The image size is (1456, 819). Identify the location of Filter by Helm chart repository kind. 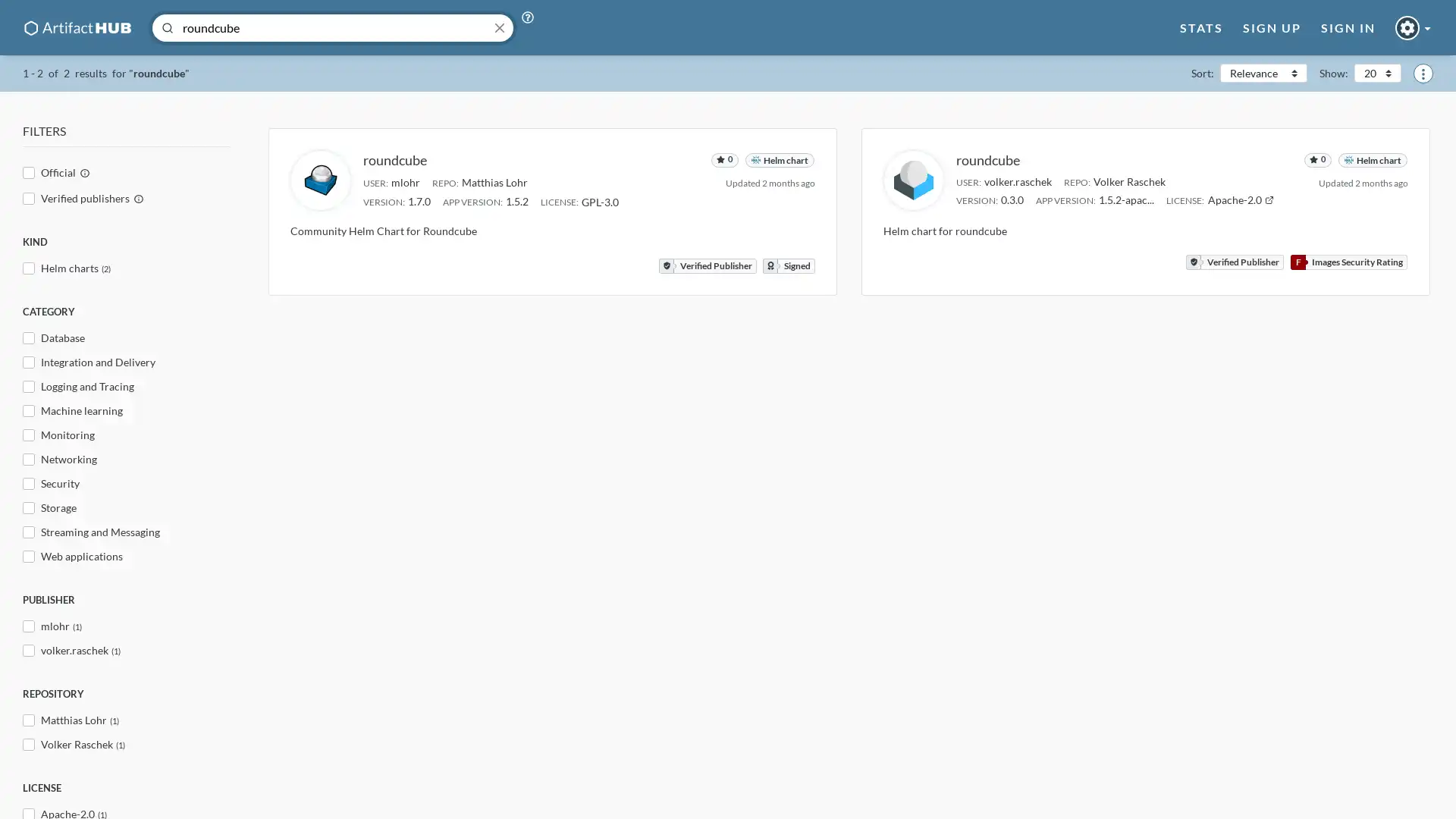
(1372, 160).